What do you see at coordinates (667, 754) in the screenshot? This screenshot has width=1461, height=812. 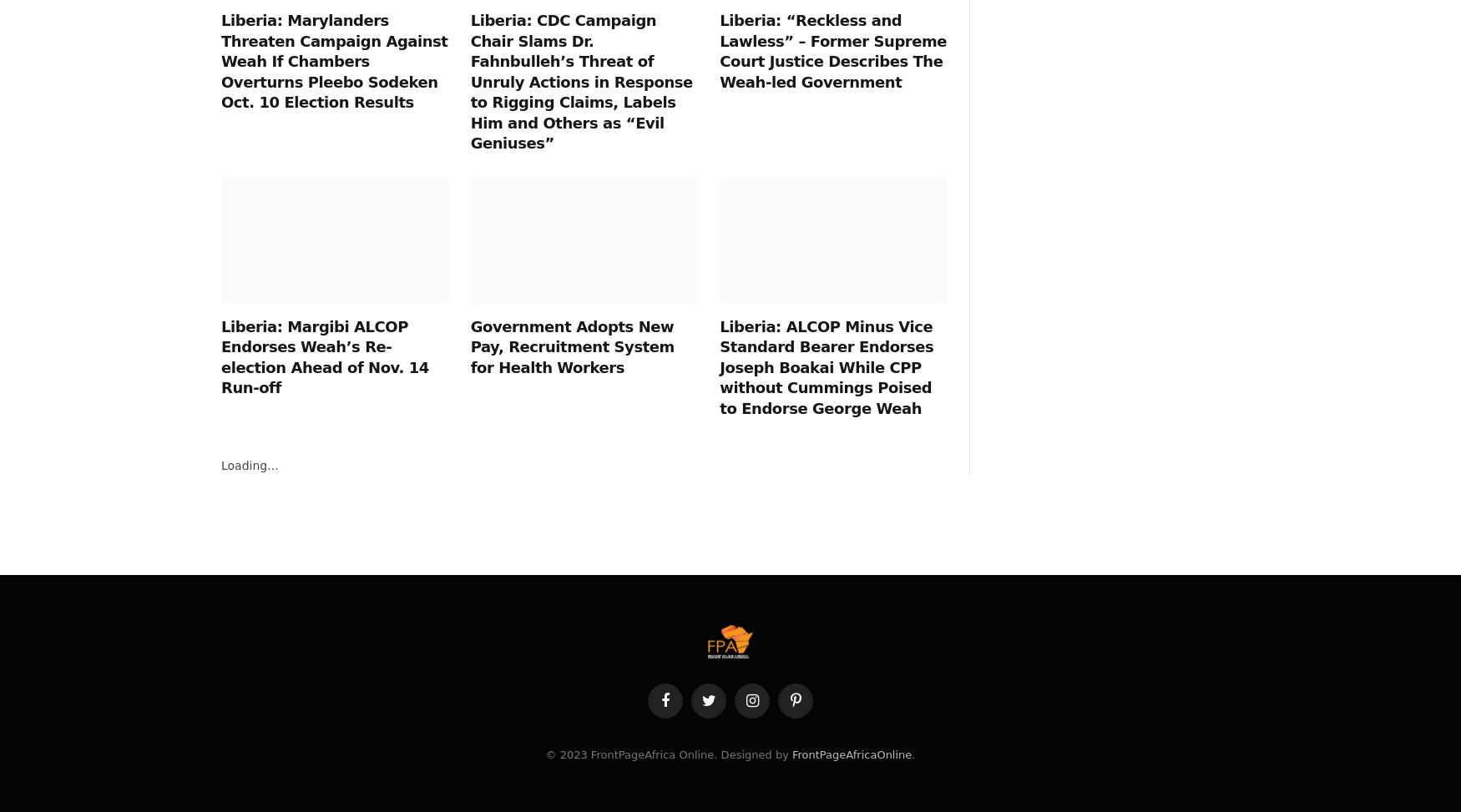 I see `'© 2023 FrontPageAfrica Online. Designed by'` at bounding box center [667, 754].